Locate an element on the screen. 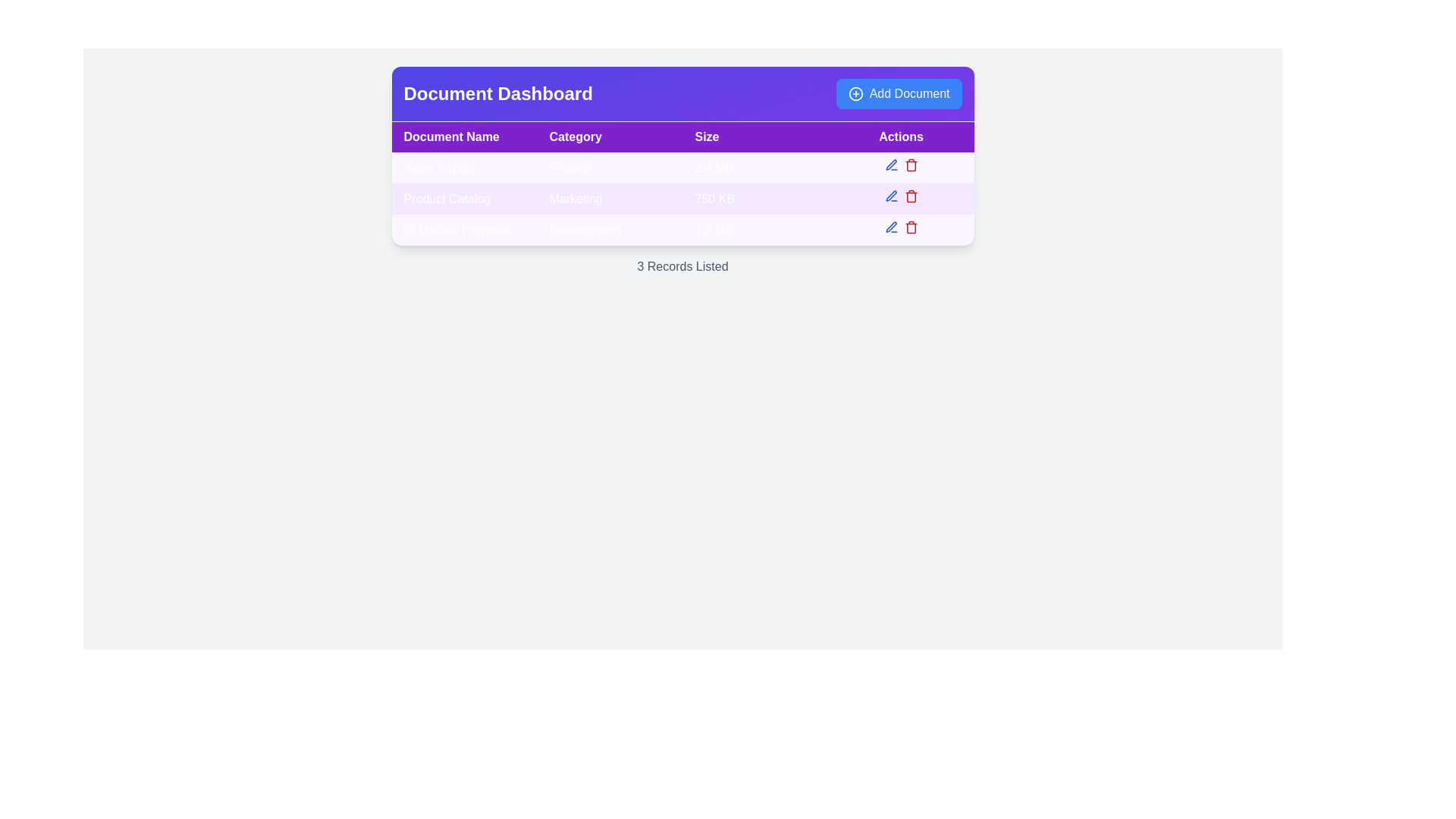 The image size is (1456, 819). the second row of the document table is located at coordinates (682, 198).